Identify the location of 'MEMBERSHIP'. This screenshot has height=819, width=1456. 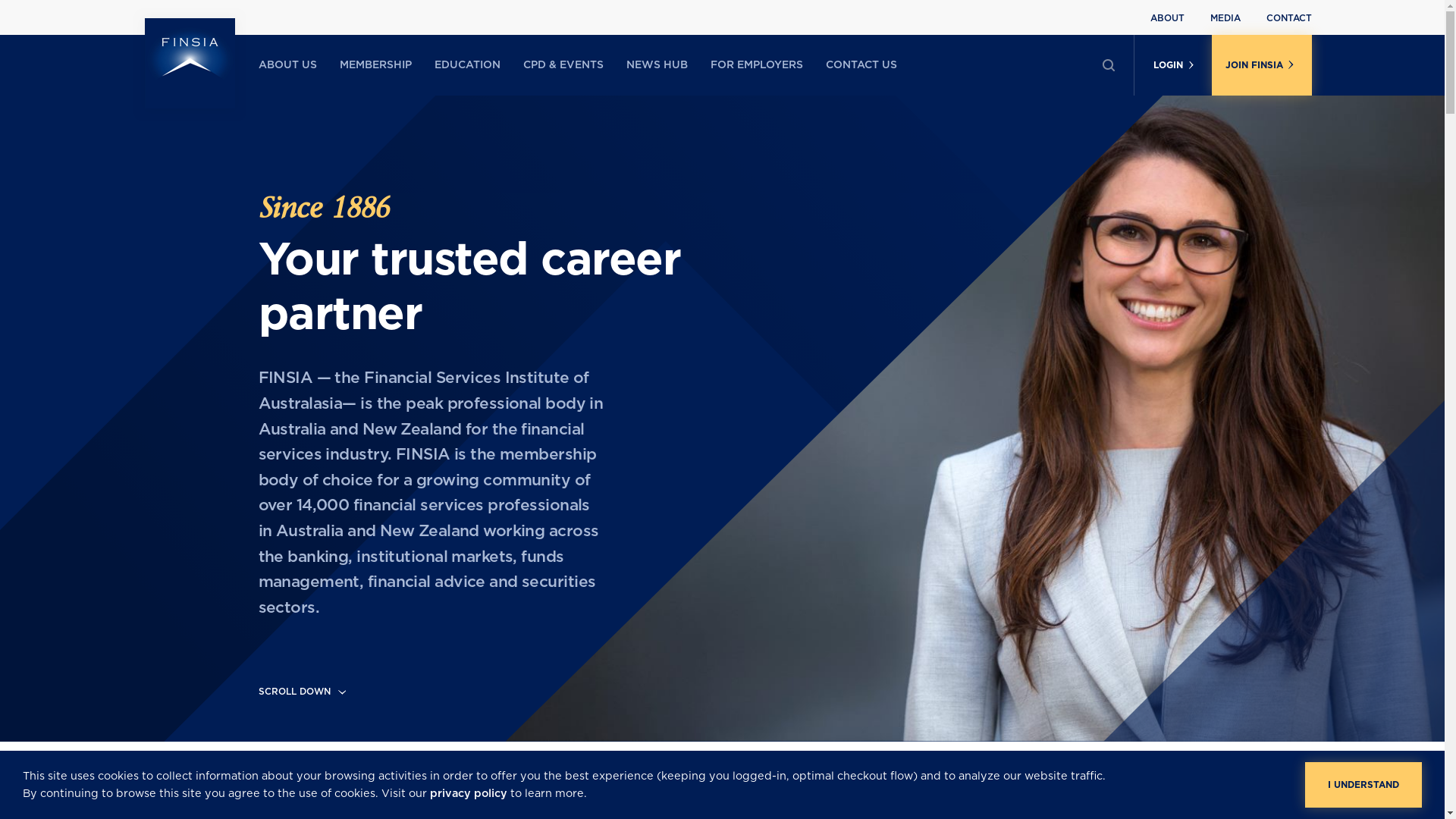
(375, 64).